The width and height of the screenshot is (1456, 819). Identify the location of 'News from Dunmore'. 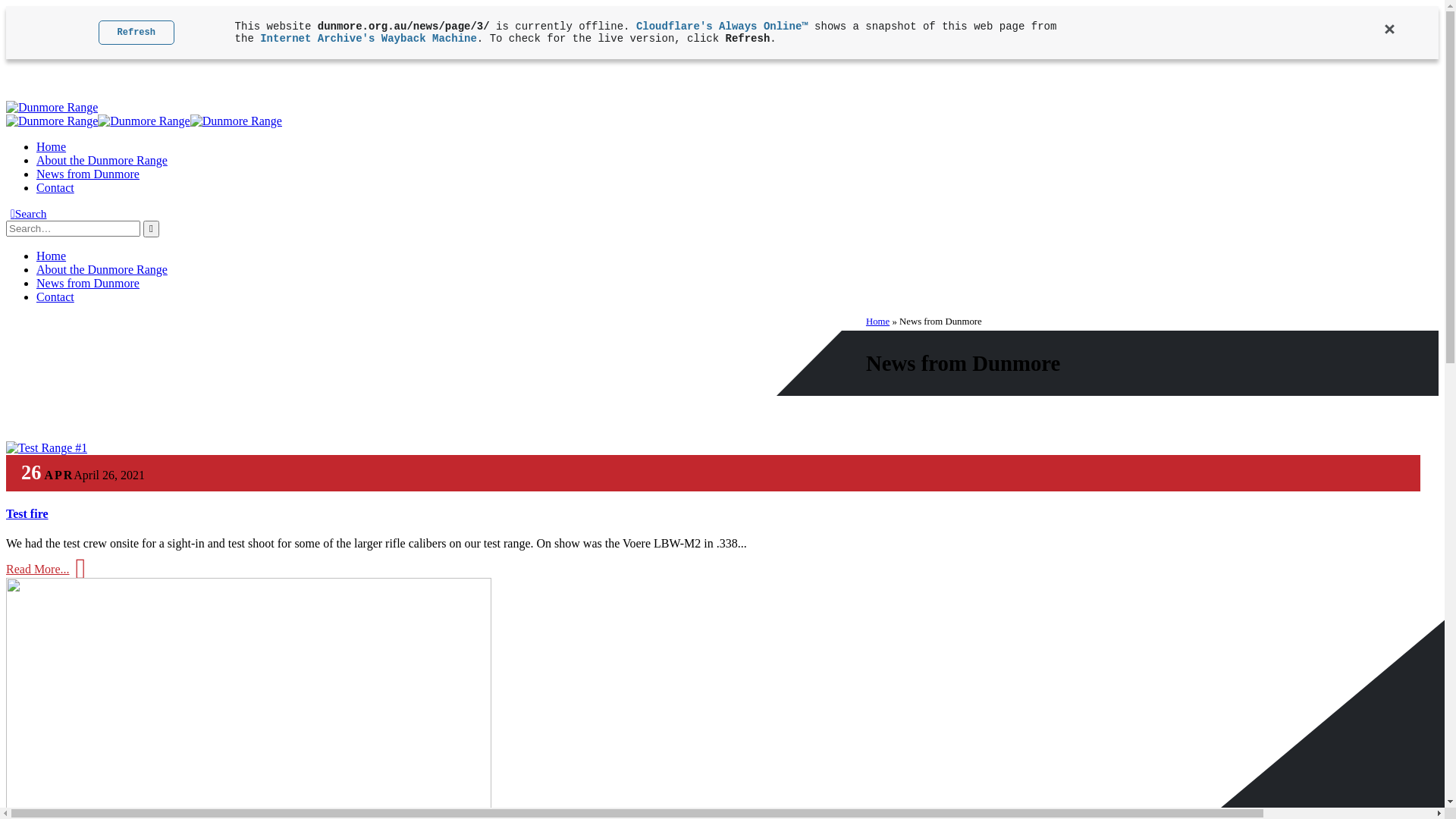
(86, 173).